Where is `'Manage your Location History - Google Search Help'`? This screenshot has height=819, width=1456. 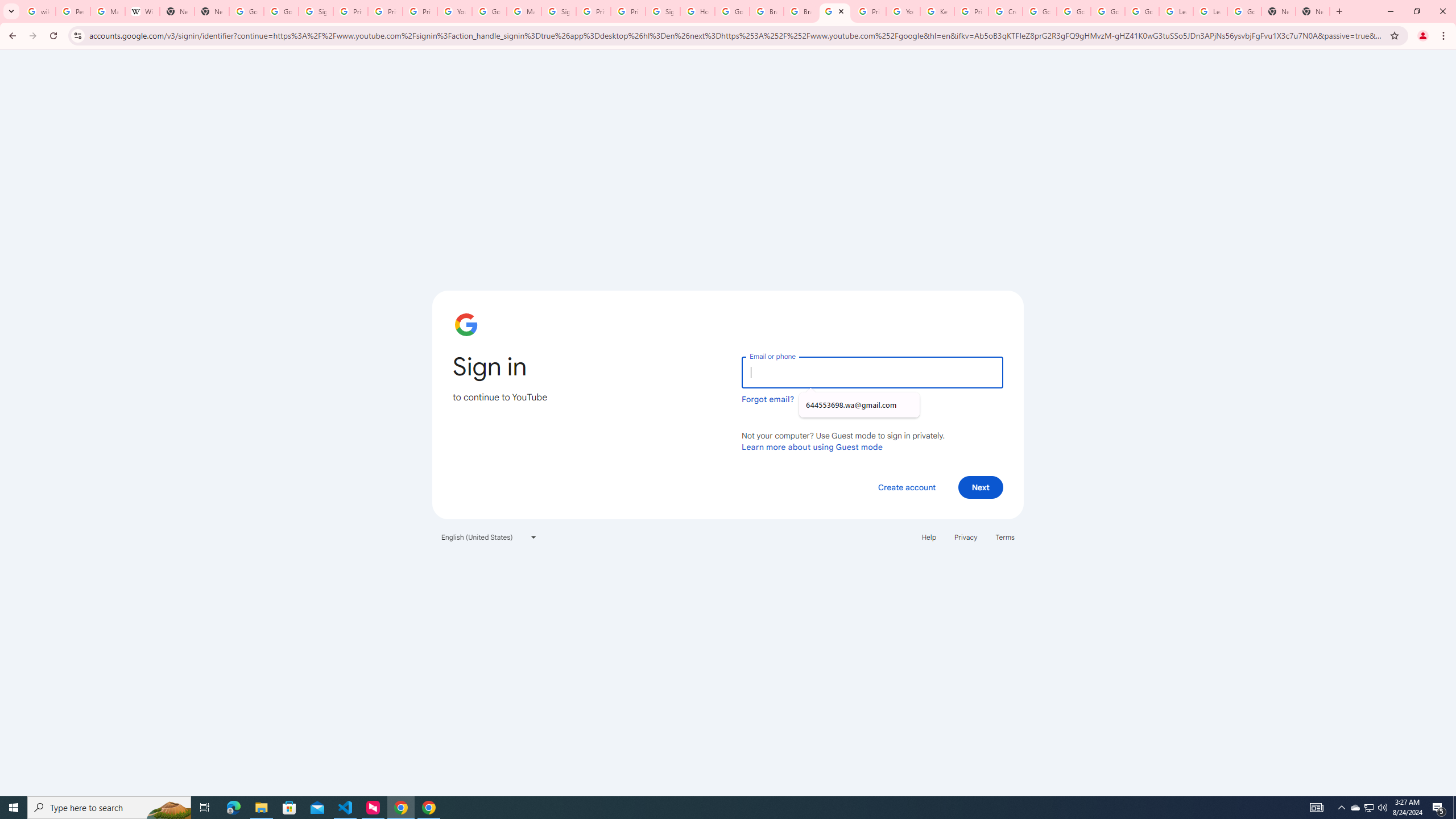
'Manage your Location History - Google Search Help' is located at coordinates (107, 11).